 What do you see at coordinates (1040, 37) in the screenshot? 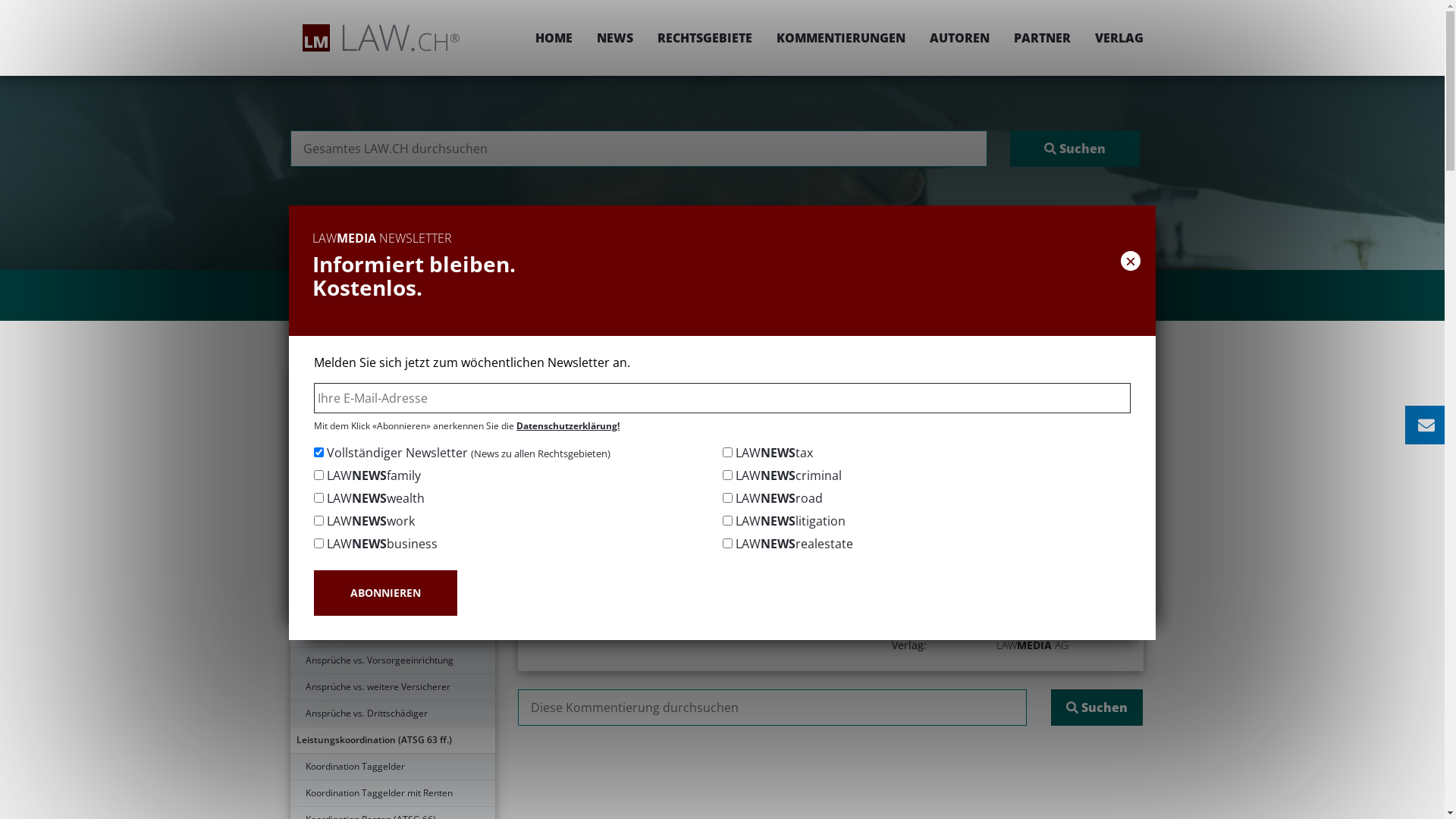
I see `'PARTNER'` at bounding box center [1040, 37].